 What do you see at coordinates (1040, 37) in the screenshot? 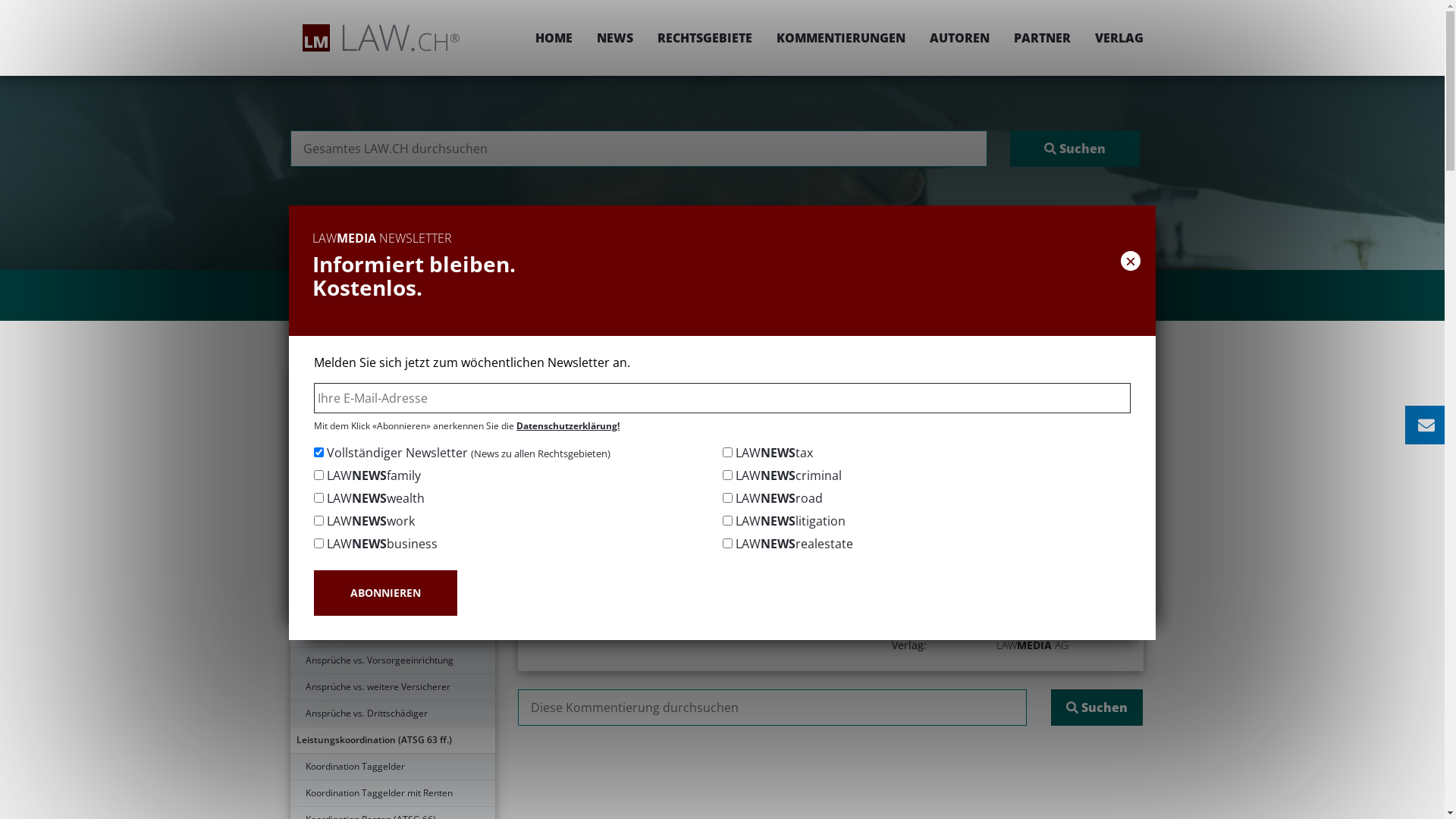
I see `'PARTNER'` at bounding box center [1040, 37].